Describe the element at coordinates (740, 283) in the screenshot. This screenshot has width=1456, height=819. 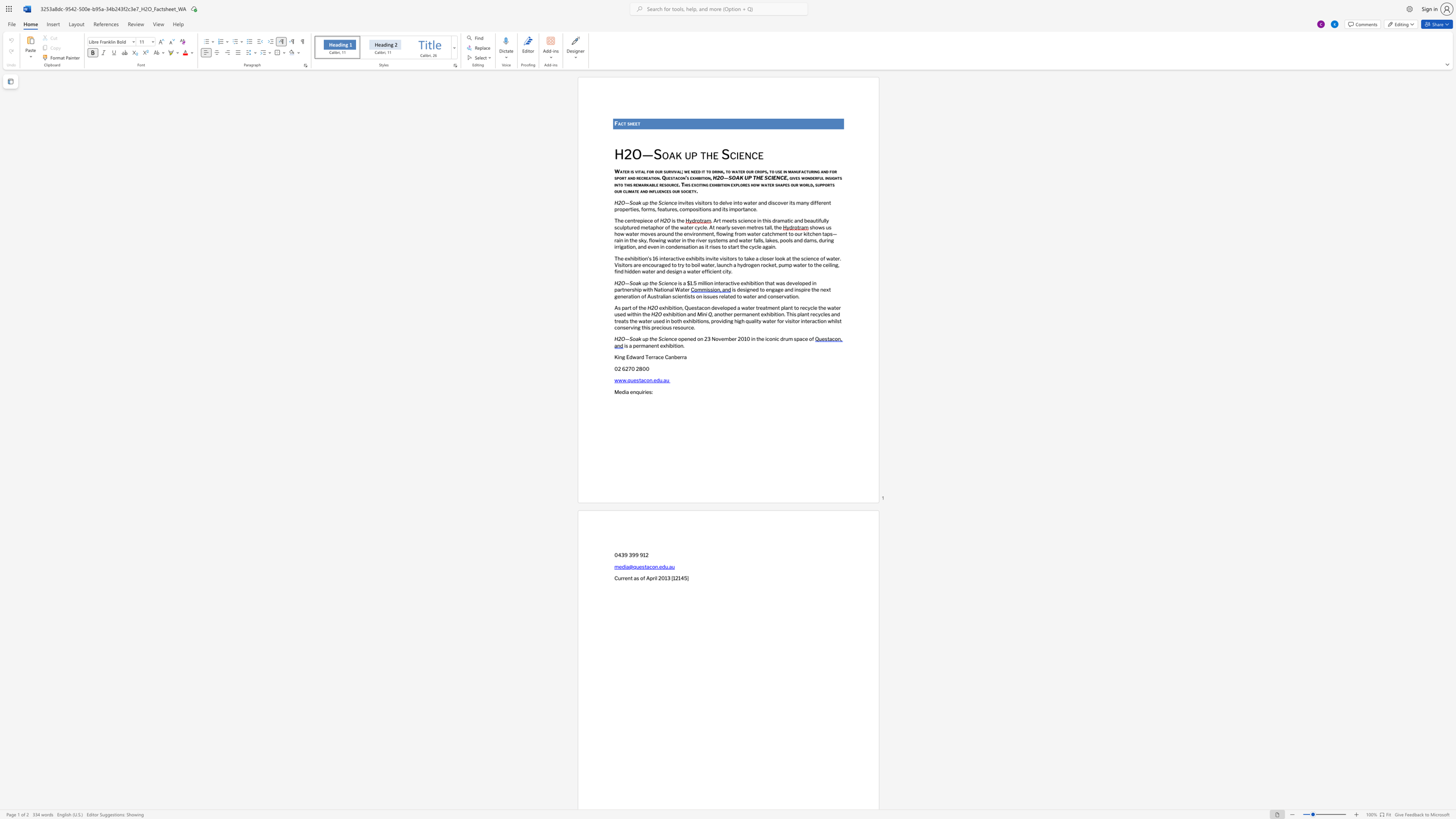
I see `the subset text "exhibition that was developed i" within the text "is a $1.5 million interactive exhibition that was developed in partnership with National Water"` at that location.